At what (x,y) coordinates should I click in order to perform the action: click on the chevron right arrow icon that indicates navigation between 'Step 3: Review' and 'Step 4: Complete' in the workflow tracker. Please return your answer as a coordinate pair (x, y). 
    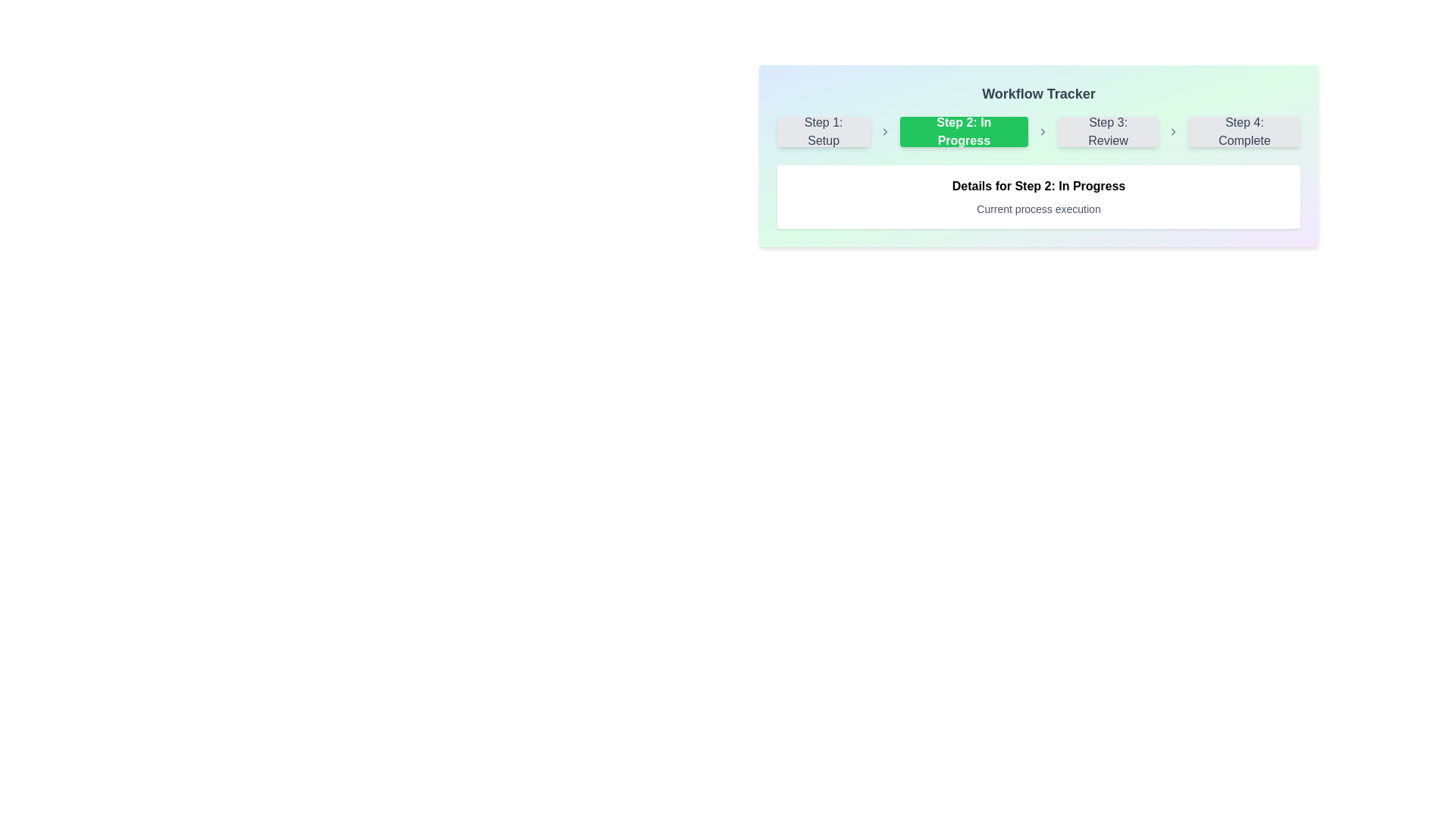
    Looking at the image, I should click on (1172, 130).